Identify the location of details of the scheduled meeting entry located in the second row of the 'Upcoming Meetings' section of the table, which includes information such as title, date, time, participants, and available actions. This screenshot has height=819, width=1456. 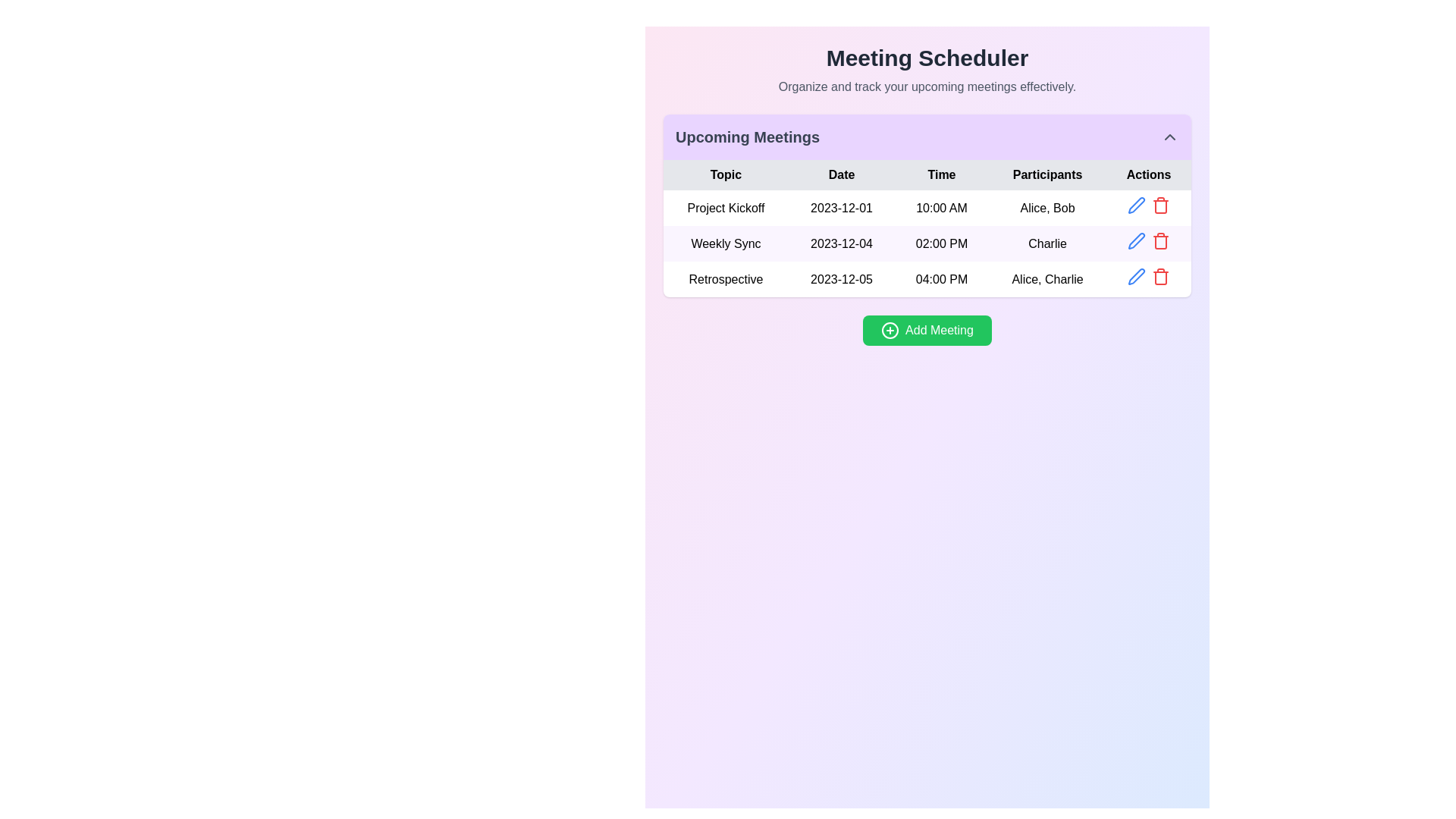
(927, 242).